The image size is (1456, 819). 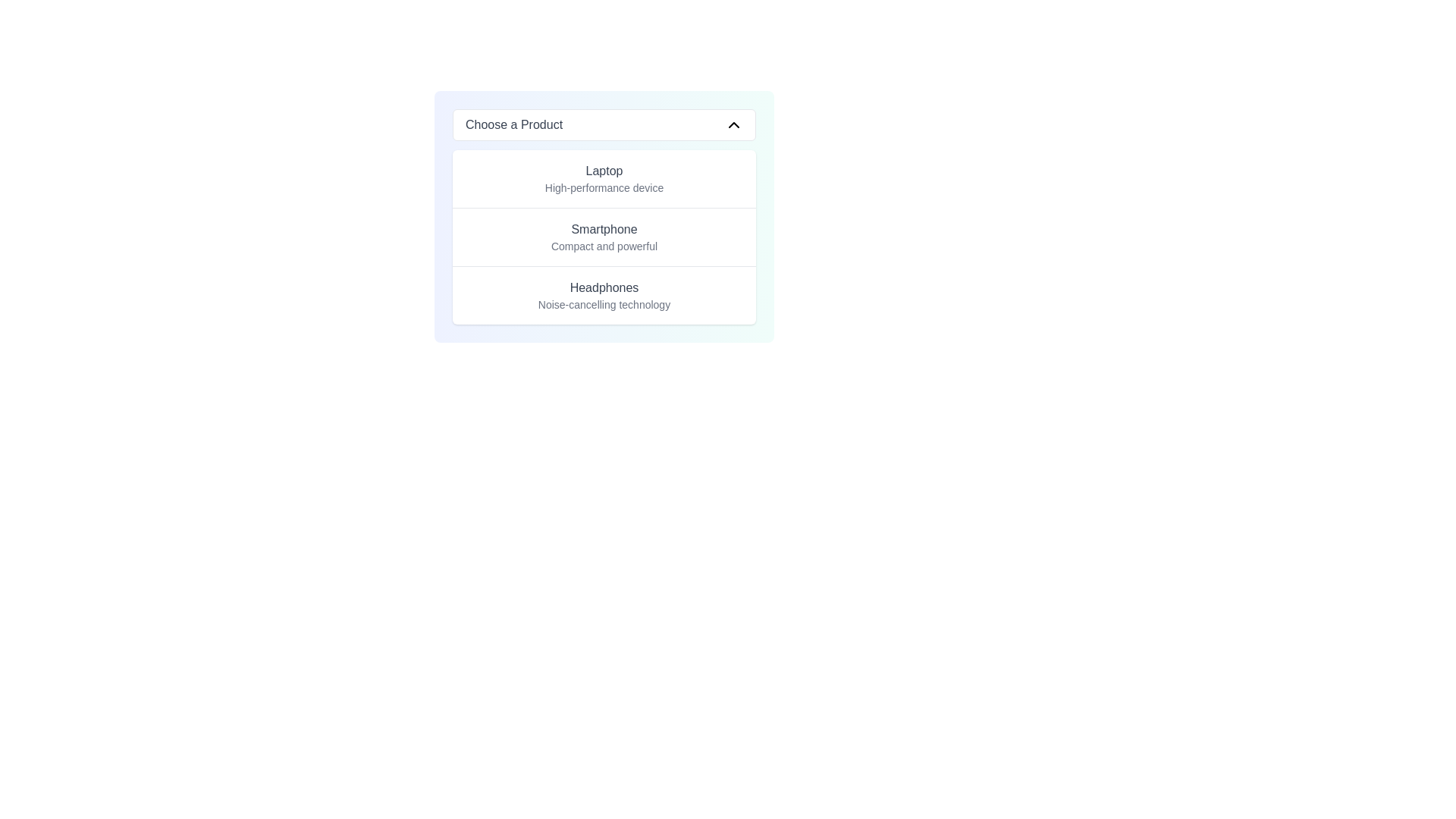 I want to click on the Text component that displays the title and description for the 'Headphones' option in the dropdown menu, which is the third item below 'Laptop' and 'Smartphone', so click(x=603, y=295).